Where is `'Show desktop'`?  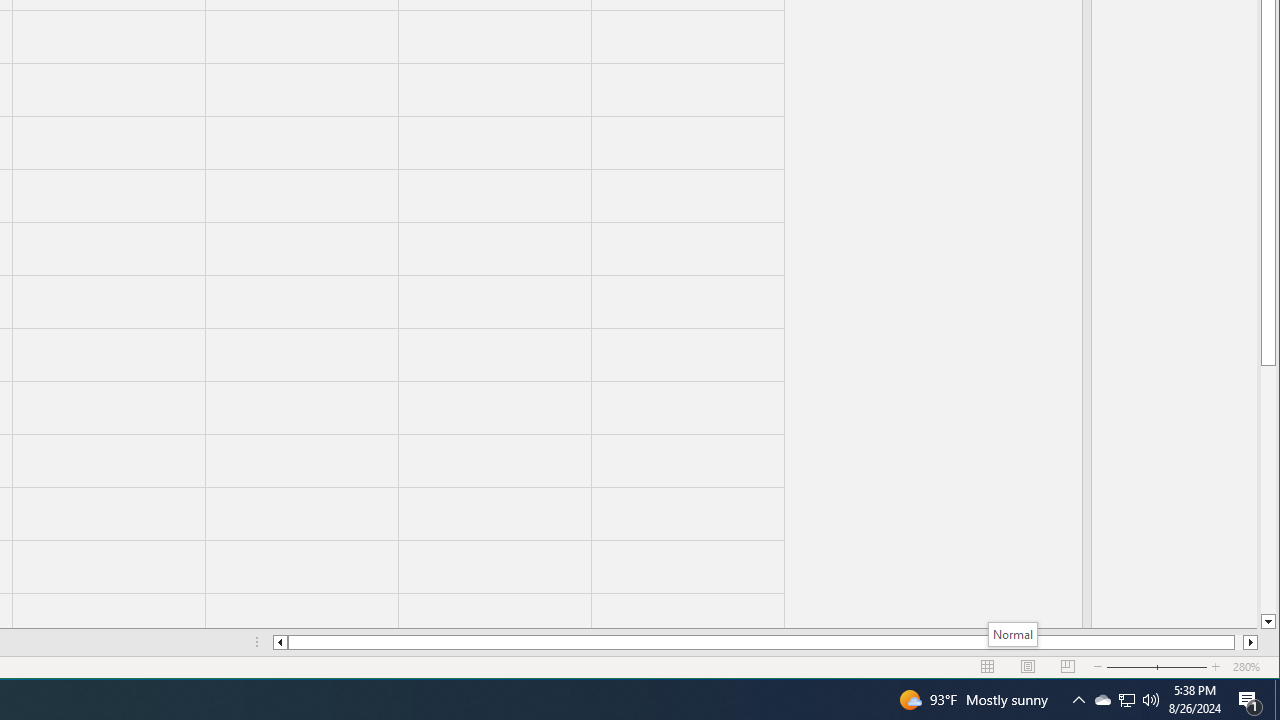 'Show desktop' is located at coordinates (1276, 698).